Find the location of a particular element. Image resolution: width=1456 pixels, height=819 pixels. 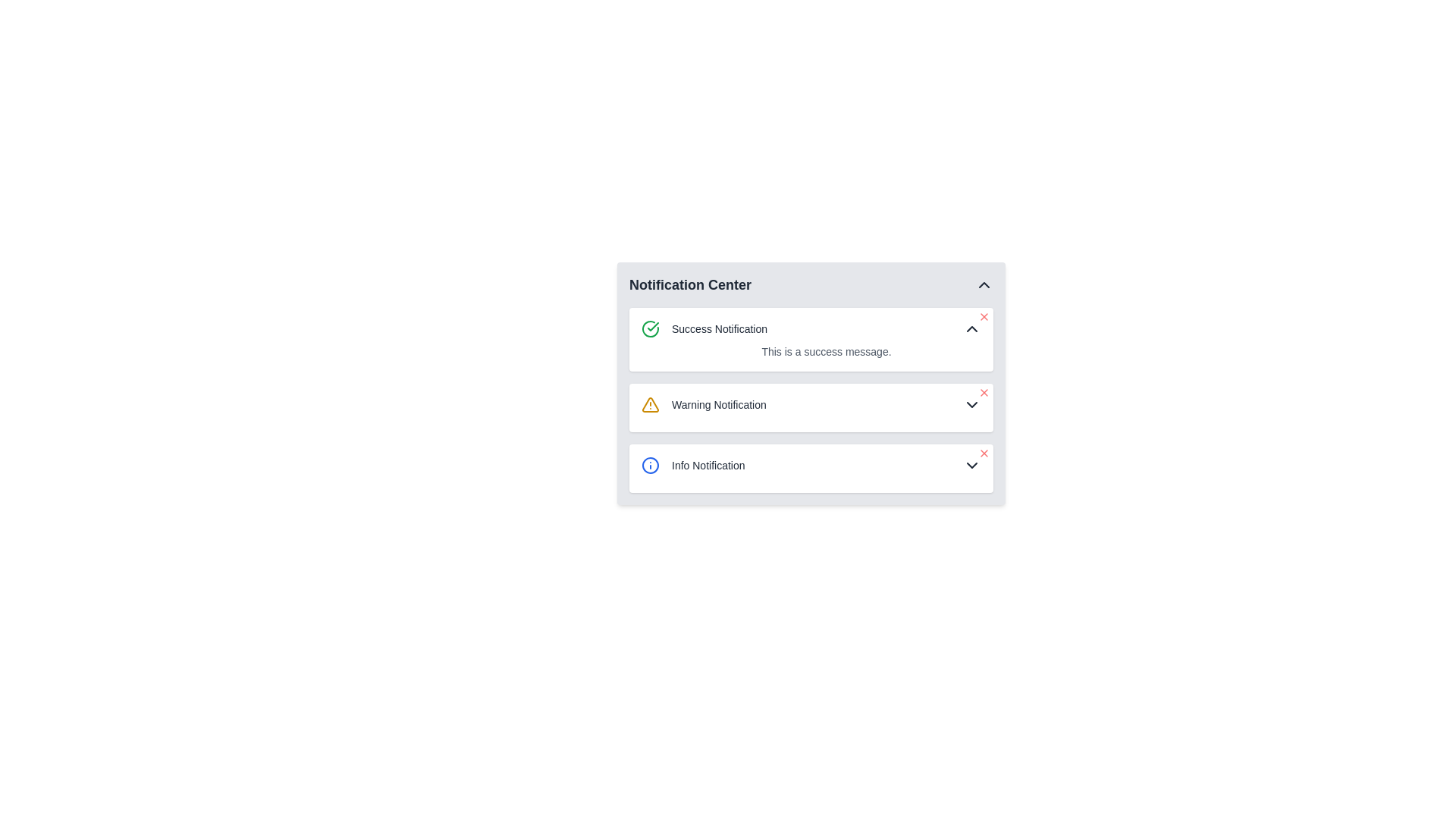

the chevron-up icon in the top-right corner of the 'Notification Center' header is located at coordinates (984, 284).